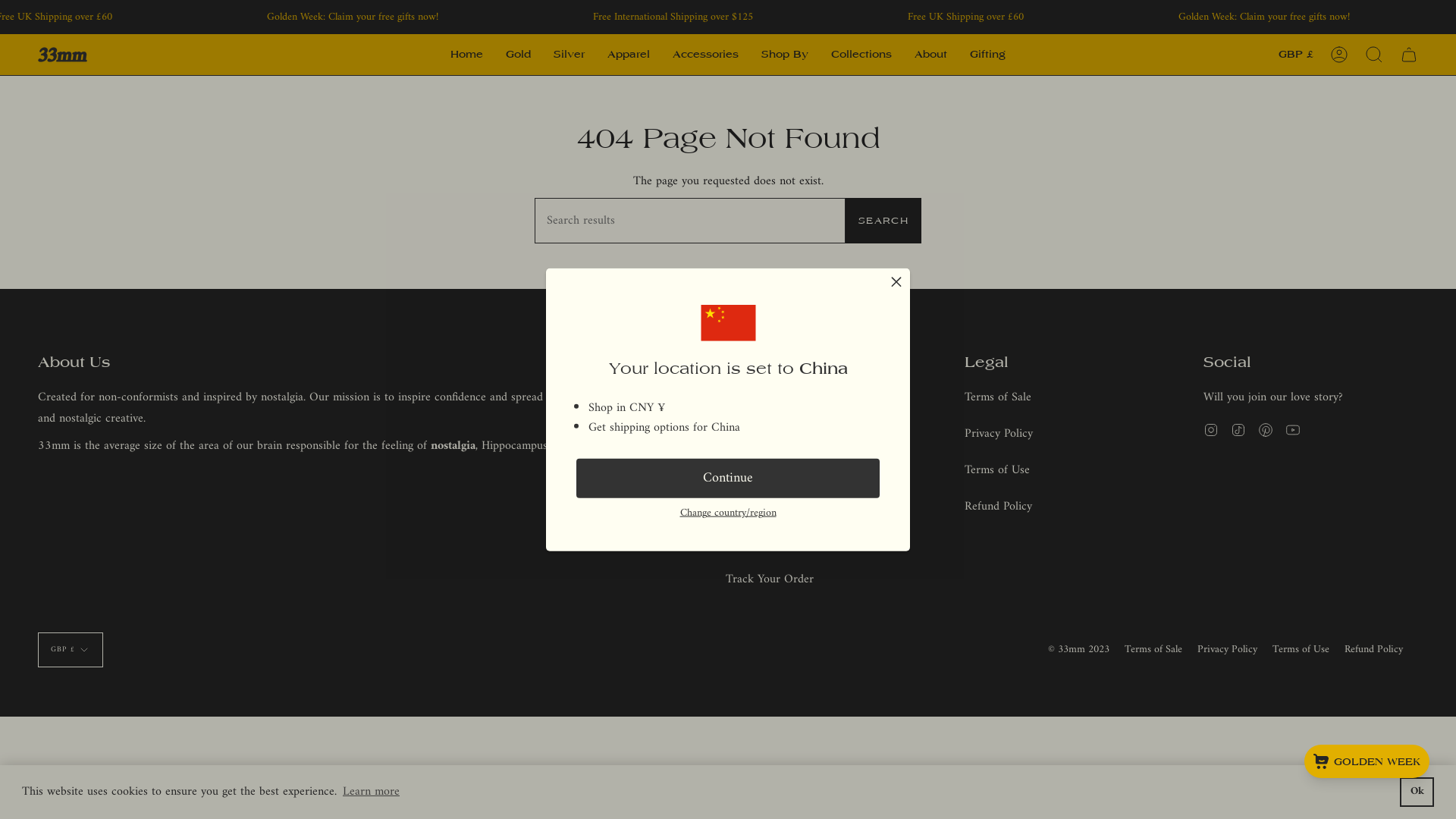 The width and height of the screenshot is (1456, 819). I want to click on 'Refund Policy', so click(998, 506).